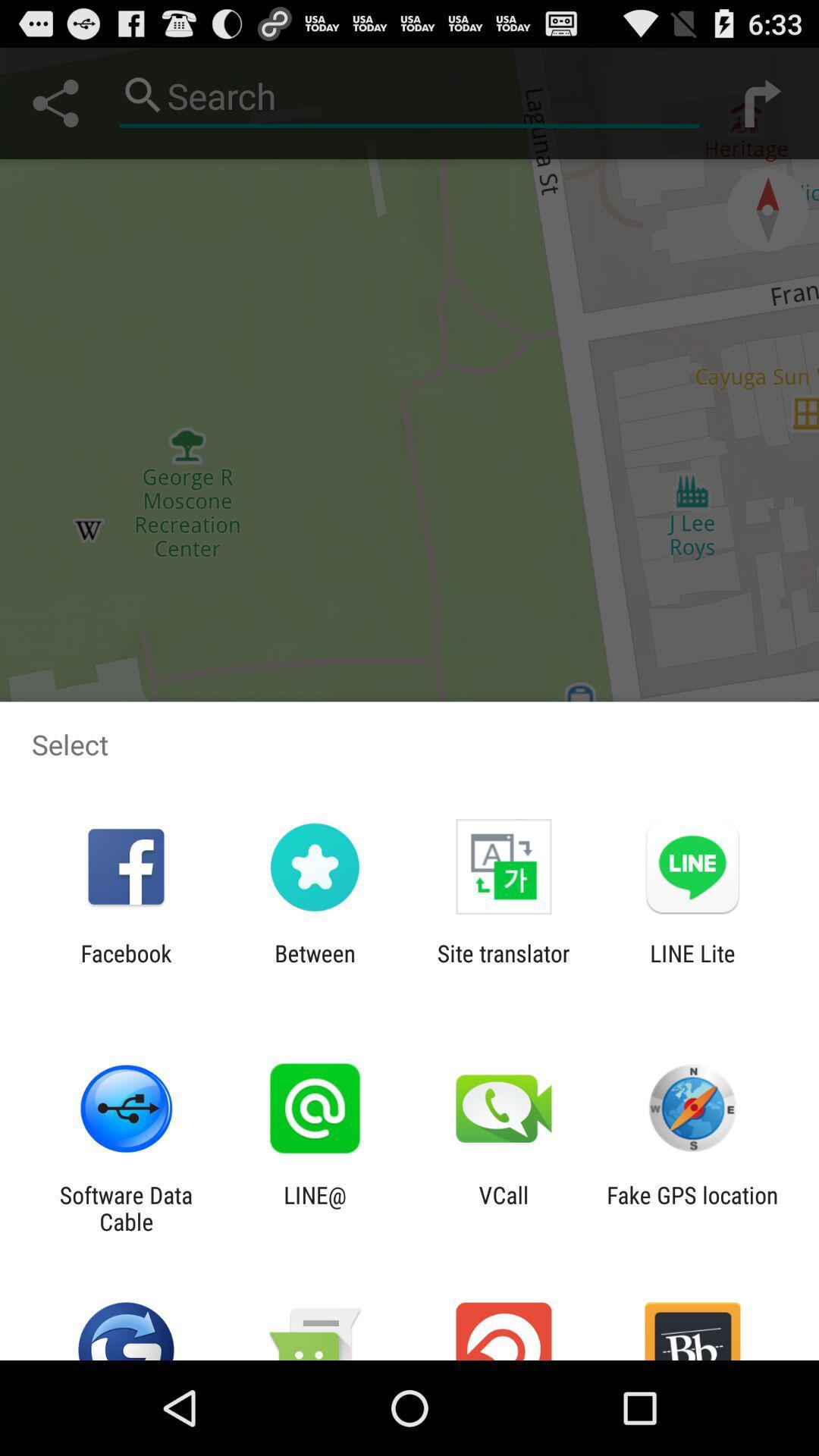  Describe the element at coordinates (692, 1207) in the screenshot. I see `the item to the right of vcall item` at that location.